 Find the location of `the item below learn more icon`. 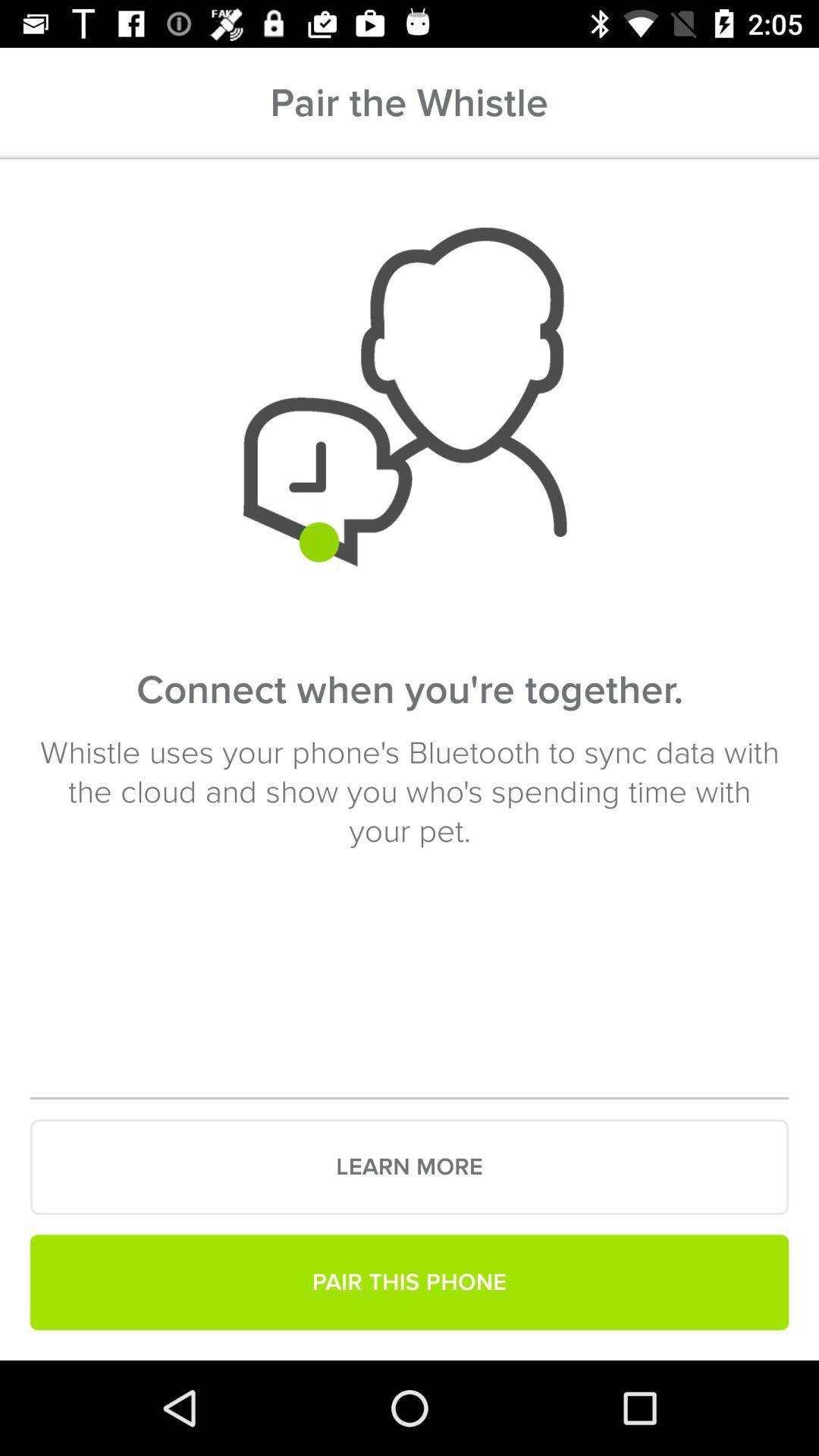

the item below learn more icon is located at coordinates (409, 1282).